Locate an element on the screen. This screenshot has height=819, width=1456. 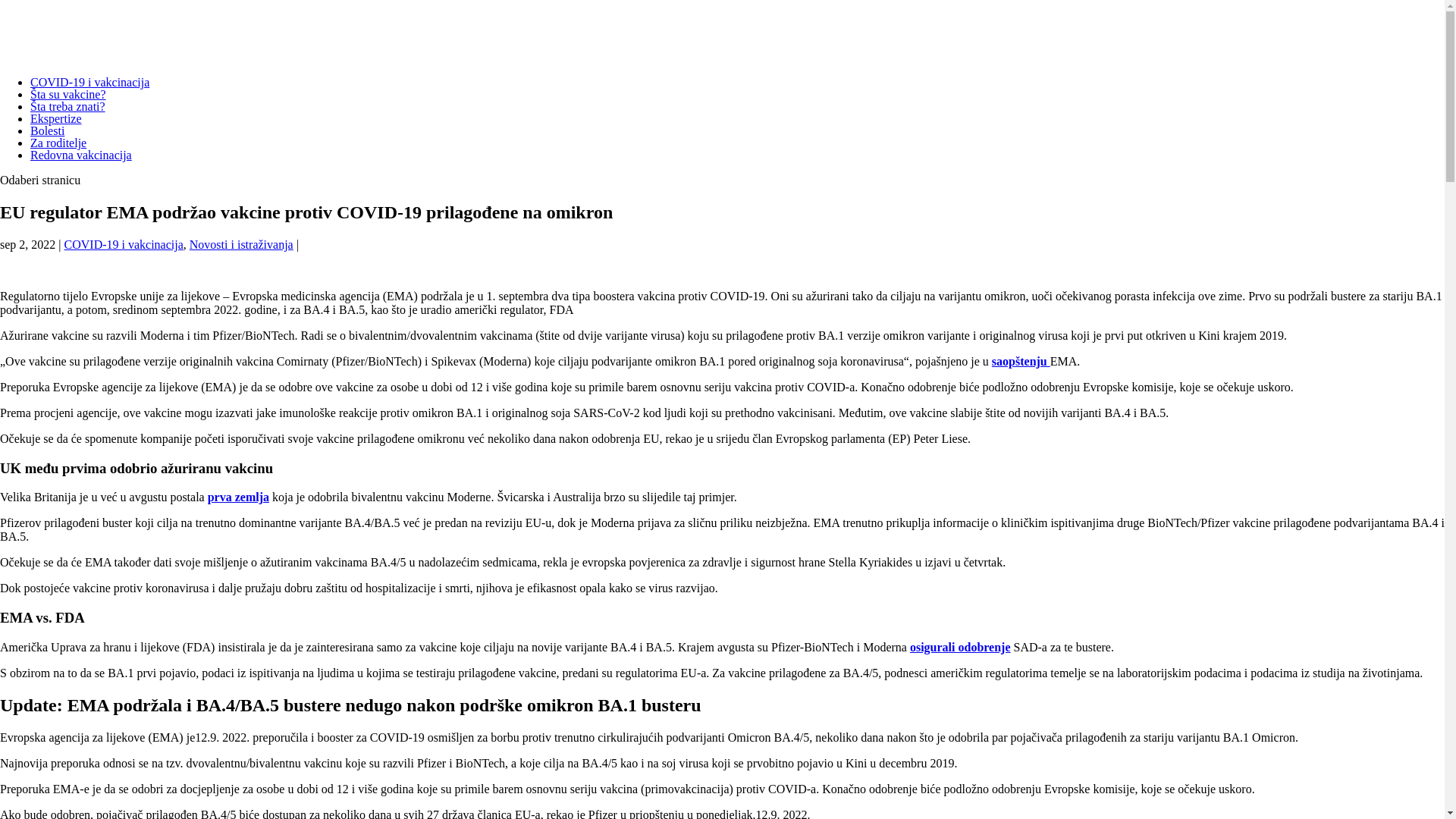
'prva zemlja' is located at coordinates (237, 497).